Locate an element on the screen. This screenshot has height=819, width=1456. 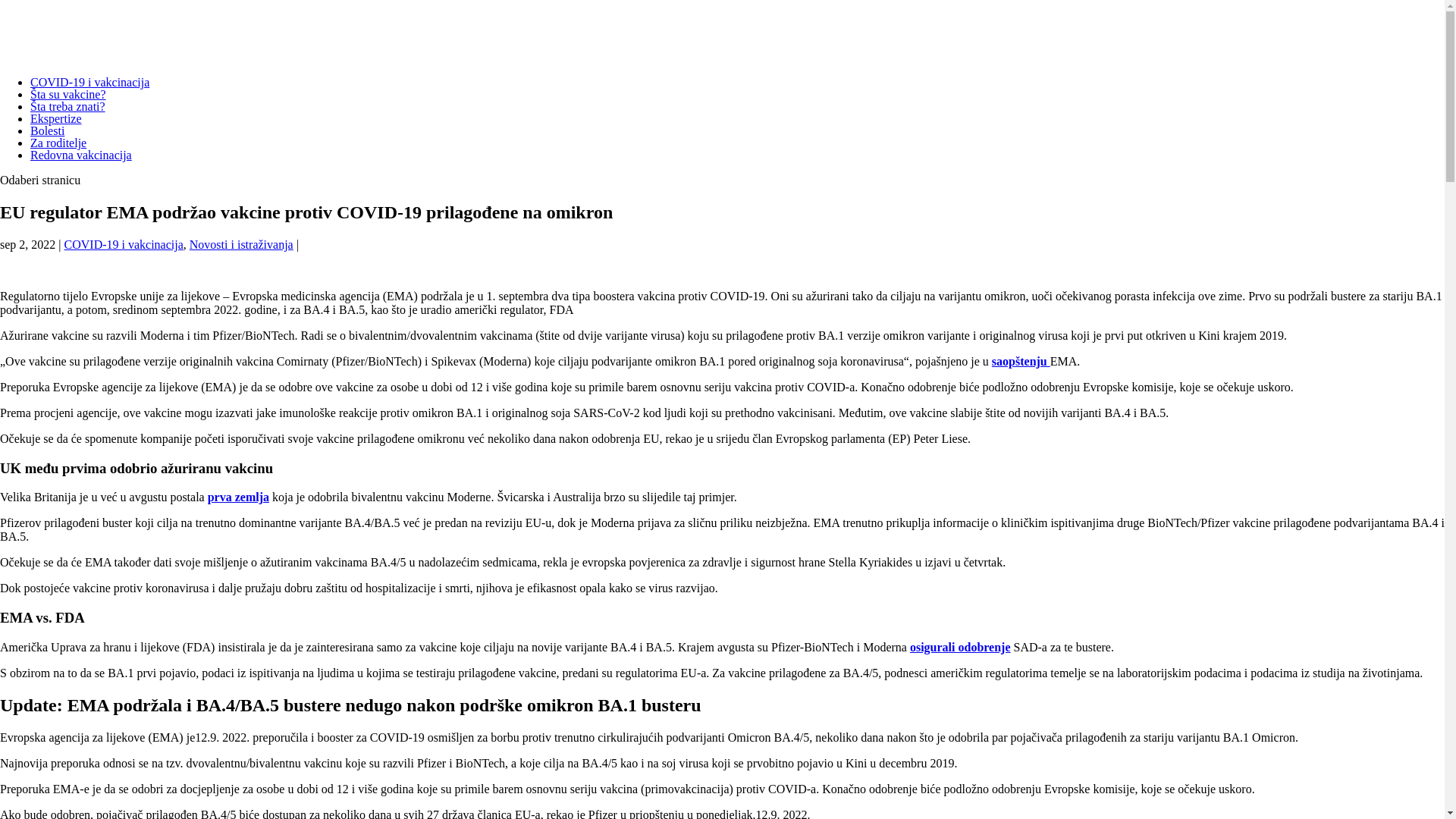
'prva zemlja' is located at coordinates (237, 497).